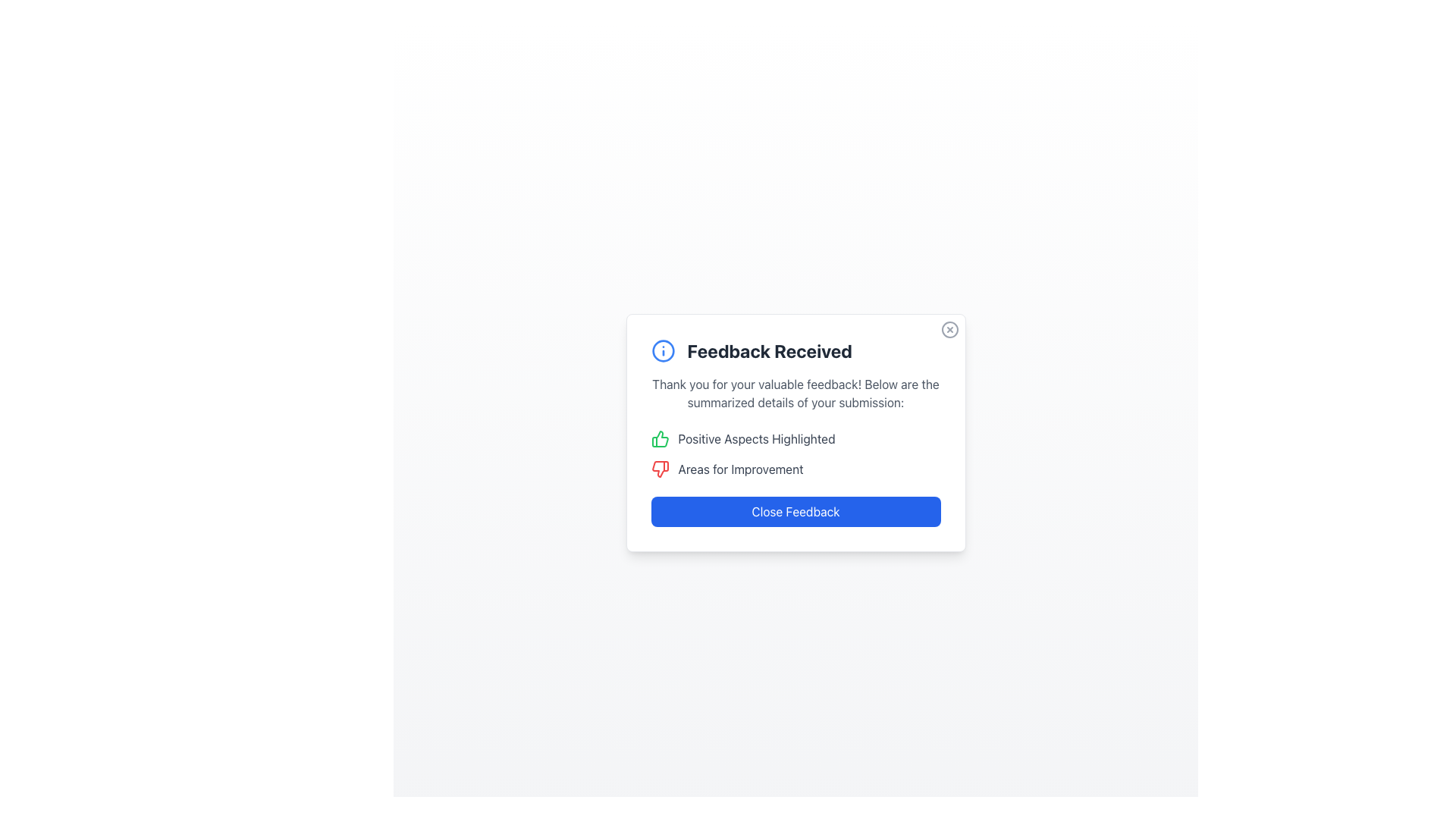 This screenshot has width=1456, height=819. Describe the element at coordinates (663, 350) in the screenshot. I see `the information icon with a blue outline located next to the 'Feedback Received' text in the notification dialog box` at that location.